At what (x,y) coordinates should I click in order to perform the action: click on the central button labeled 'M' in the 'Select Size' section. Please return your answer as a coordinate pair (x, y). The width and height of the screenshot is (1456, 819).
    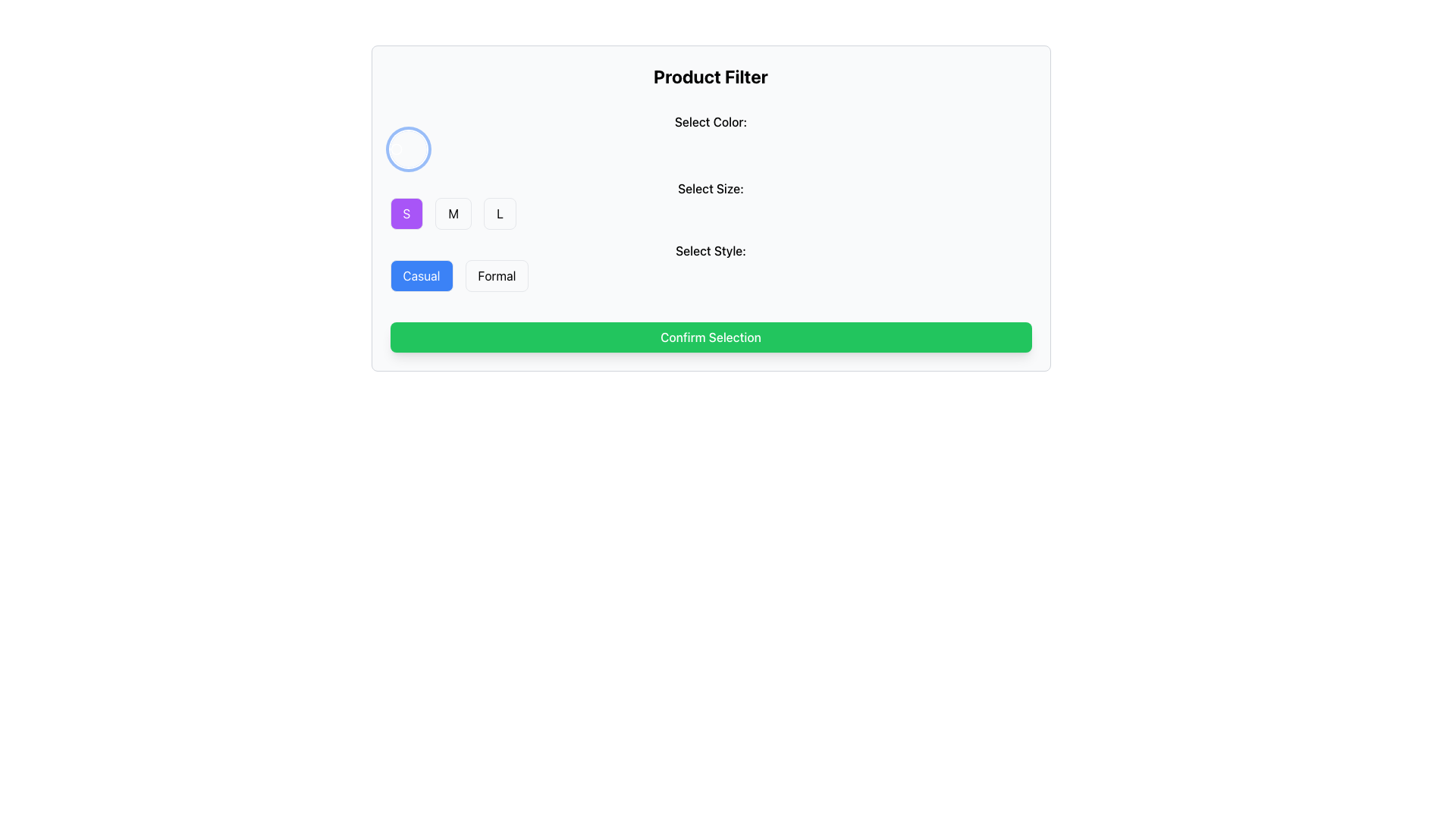
    Looking at the image, I should click on (453, 213).